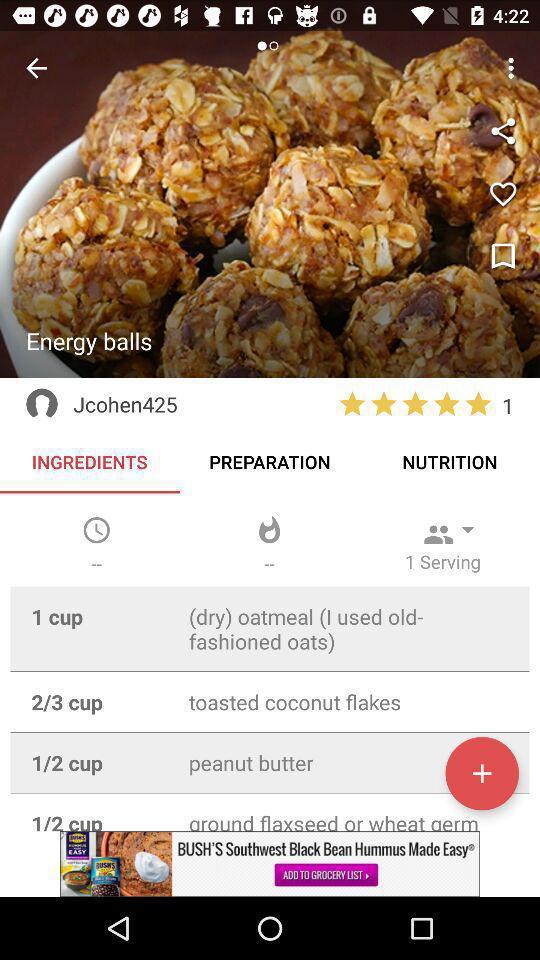 Image resolution: width=540 pixels, height=960 pixels. Describe the element at coordinates (348, 701) in the screenshot. I see `the toasted coconut flakes` at that location.